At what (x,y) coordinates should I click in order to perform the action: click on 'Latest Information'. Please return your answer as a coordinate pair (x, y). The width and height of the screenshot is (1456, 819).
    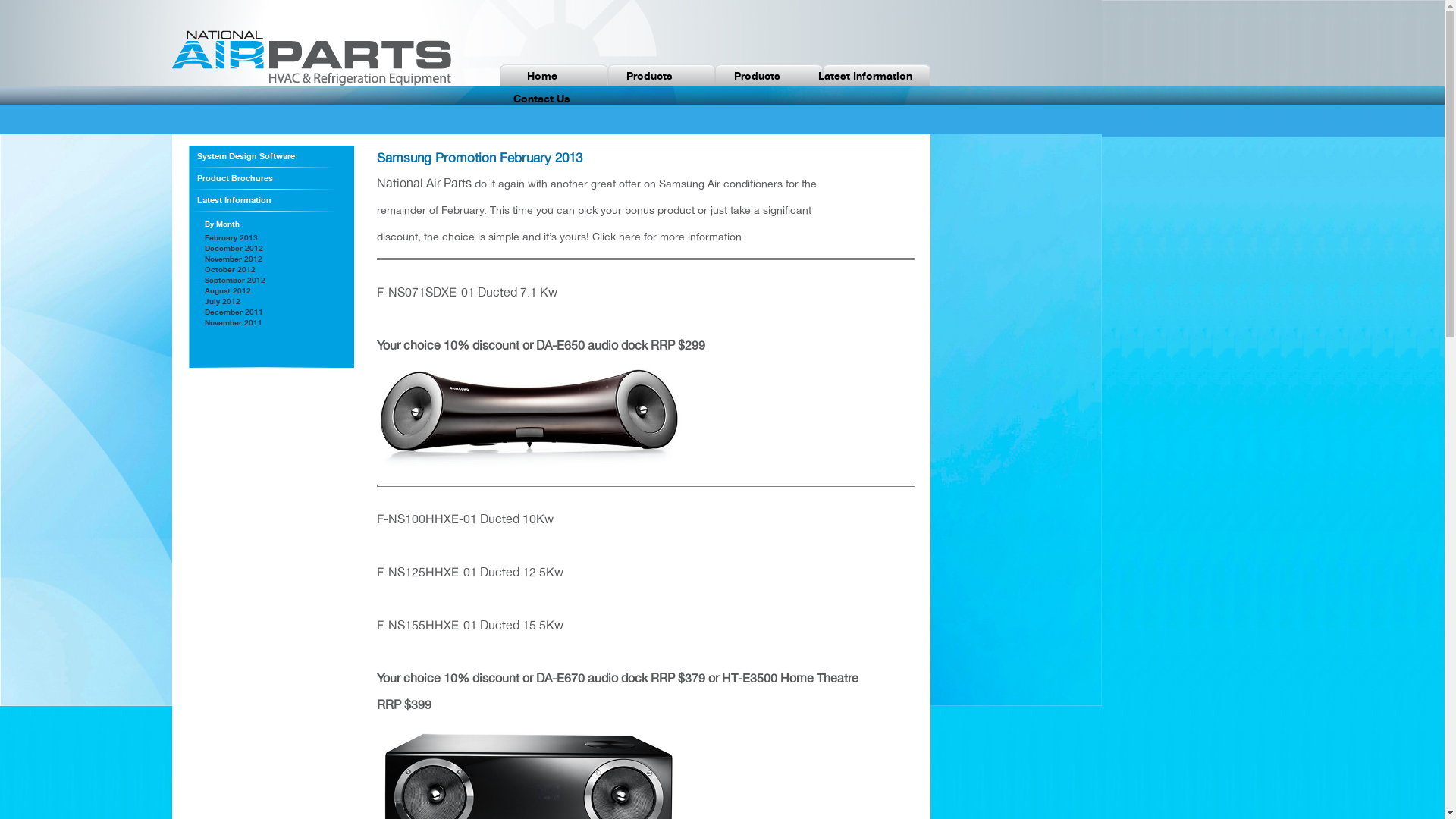
    Looking at the image, I should click on (271, 199).